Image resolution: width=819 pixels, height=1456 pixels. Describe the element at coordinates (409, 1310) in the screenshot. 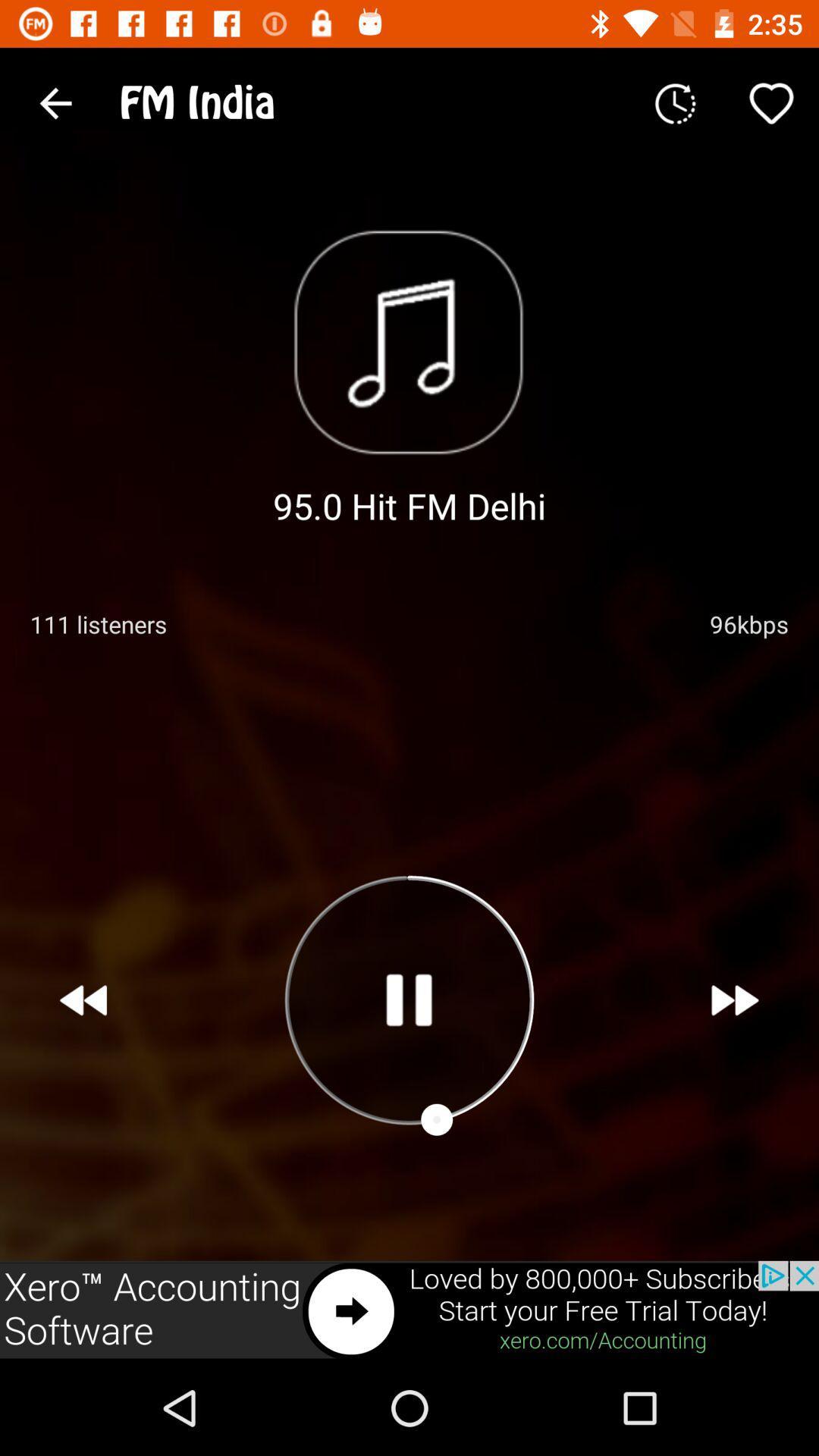

I see `advertisement for xero accounting software` at that location.